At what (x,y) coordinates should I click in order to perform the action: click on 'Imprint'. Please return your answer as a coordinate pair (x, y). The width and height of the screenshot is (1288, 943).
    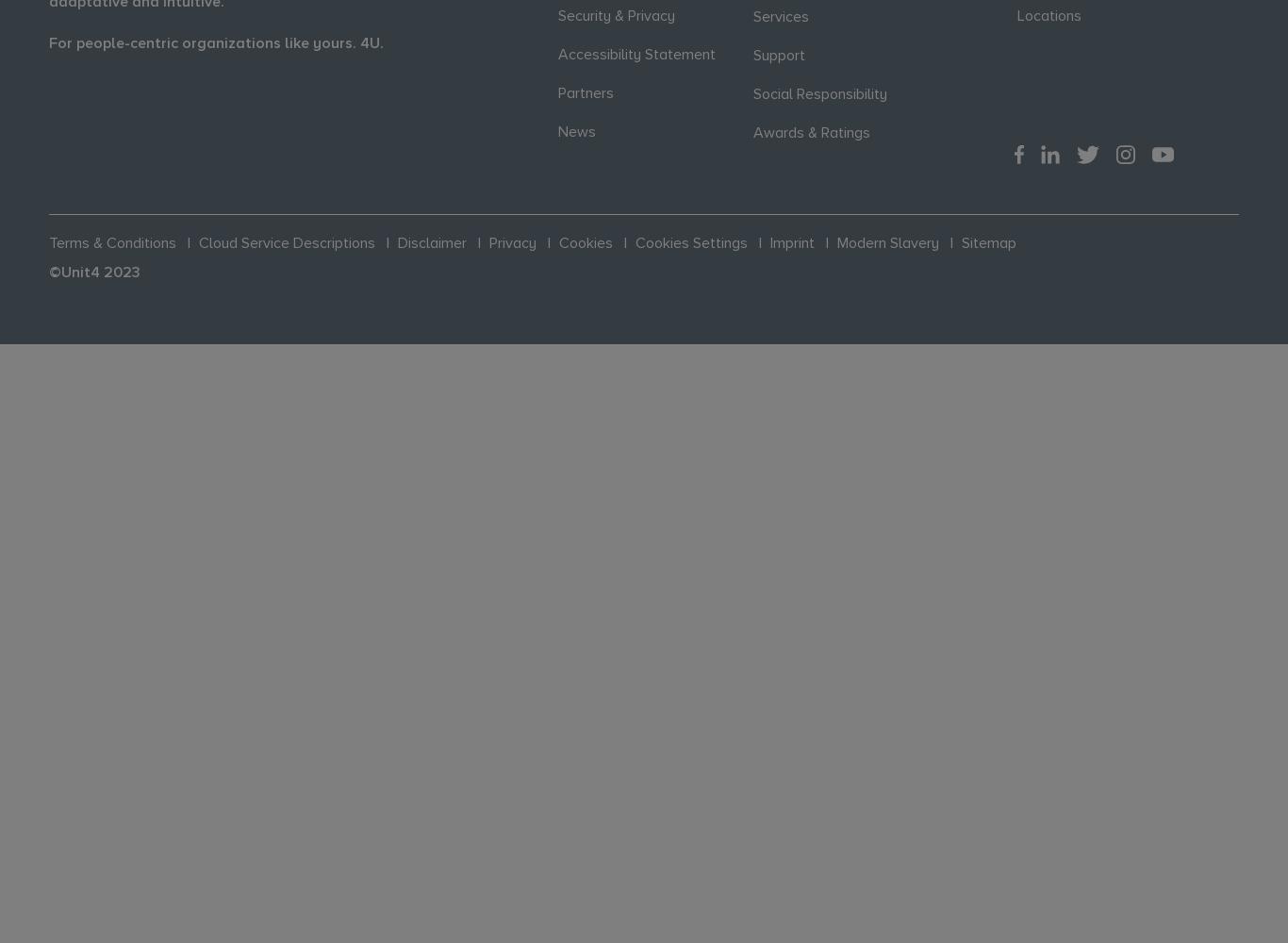
    Looking at the image, I should click on (791, 242).